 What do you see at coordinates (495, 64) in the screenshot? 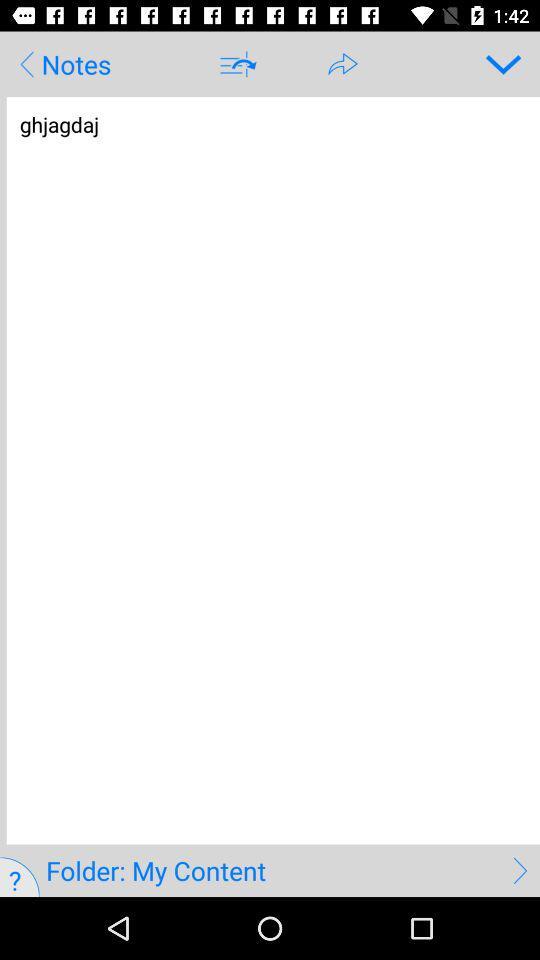
I see `the expand_more icon` at bounding box center [495, 64].